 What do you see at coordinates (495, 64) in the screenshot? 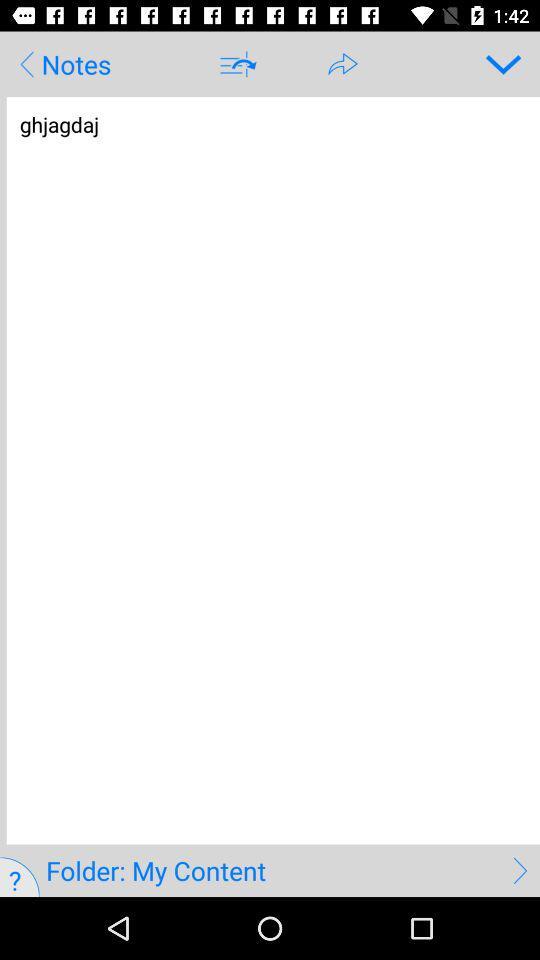
I see `the expand_more icon` at bounding box center [495, 64].